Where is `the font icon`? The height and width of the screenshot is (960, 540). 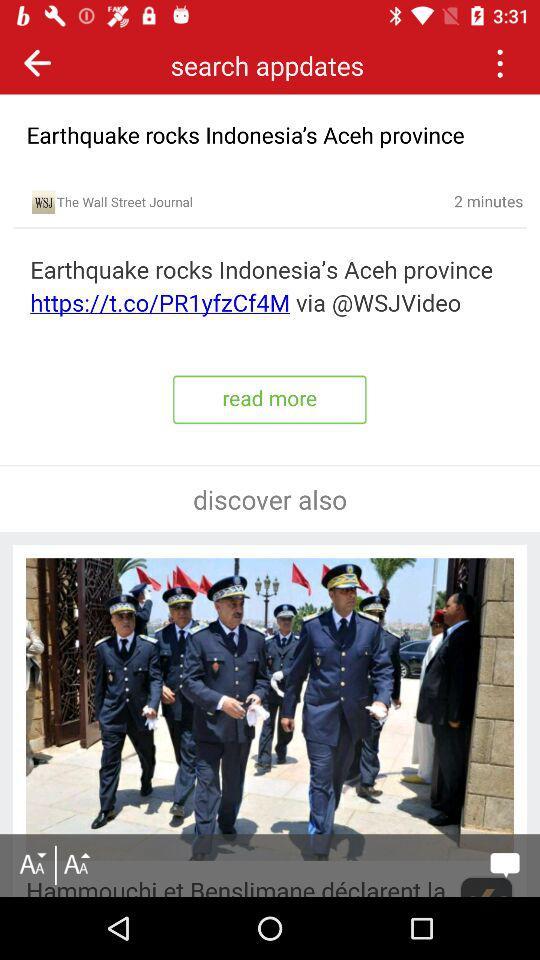 the font icon is located at coordinates (31, 864).